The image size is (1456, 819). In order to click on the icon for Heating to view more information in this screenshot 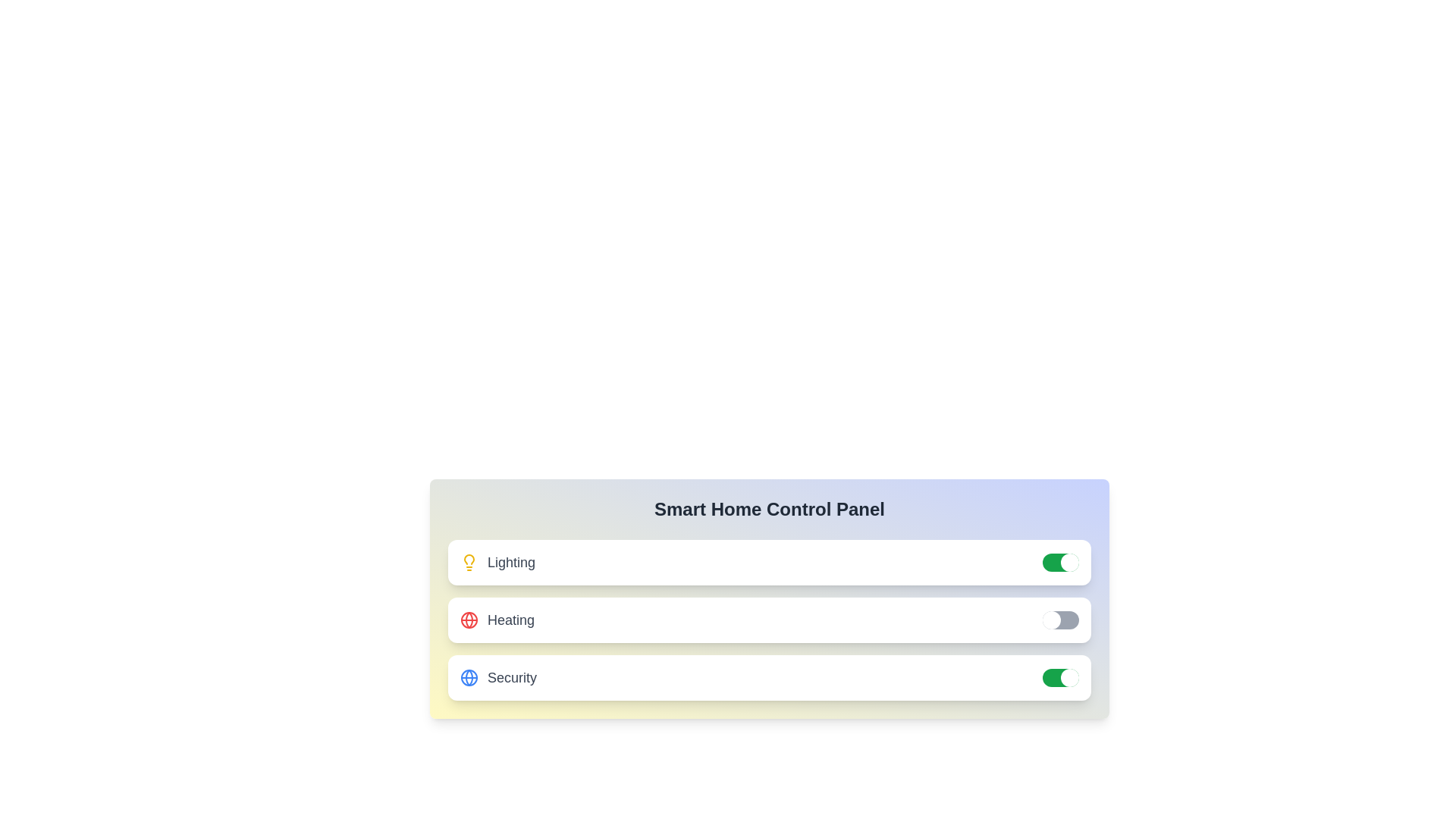, I will do `click(469, 620)`.